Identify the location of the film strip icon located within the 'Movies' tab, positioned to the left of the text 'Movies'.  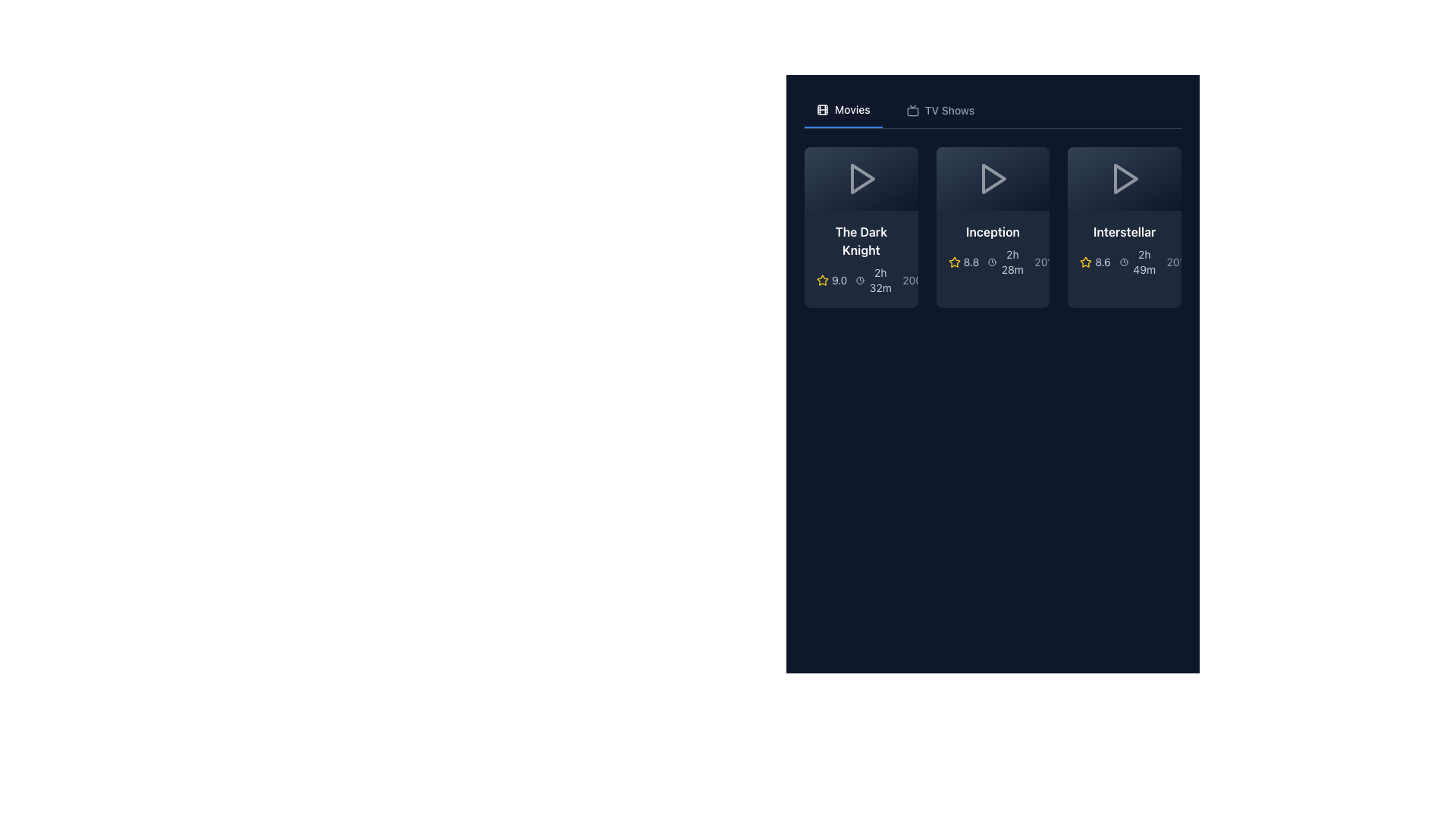
(821, 109).